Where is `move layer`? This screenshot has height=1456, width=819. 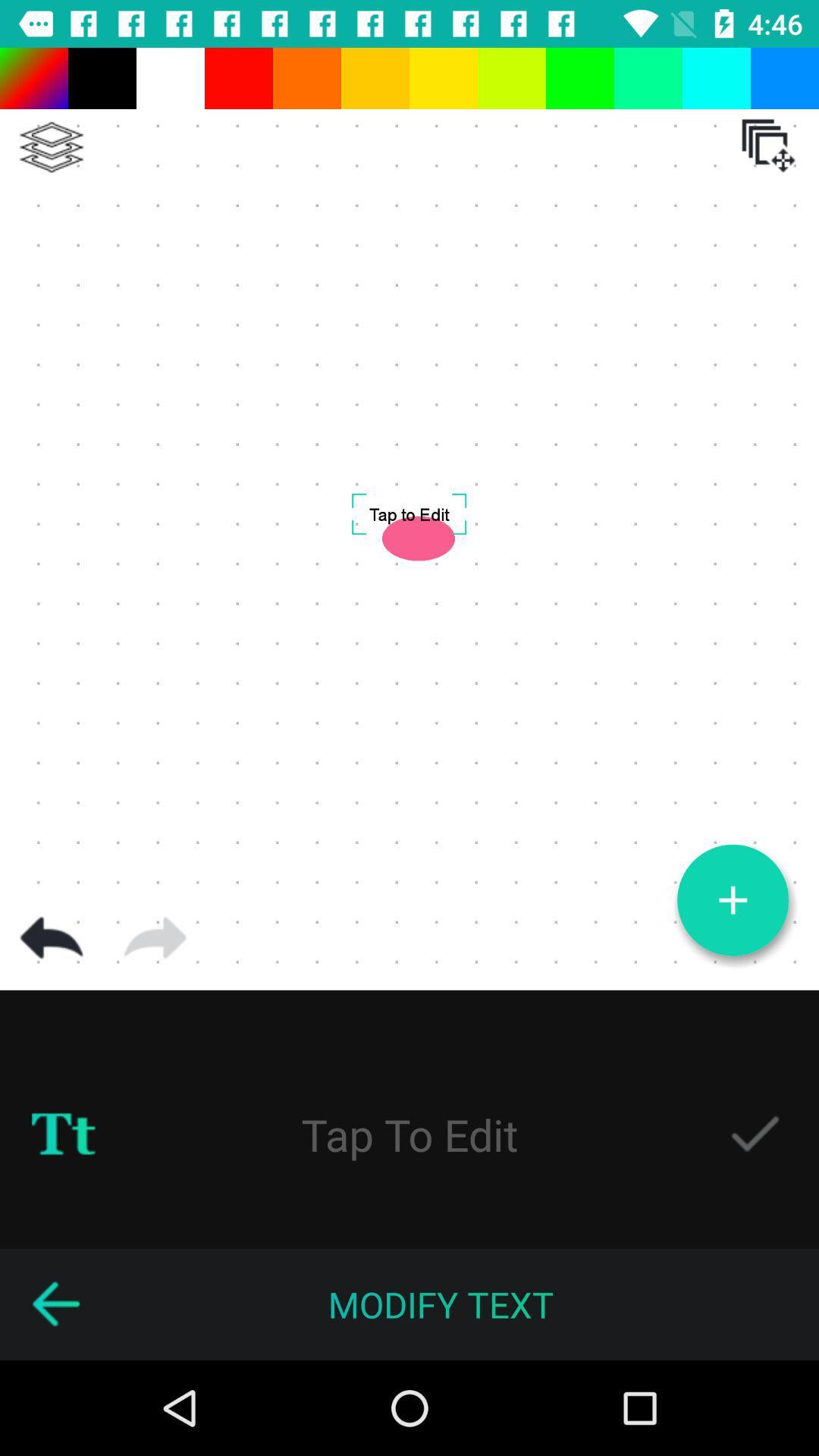 move layer is located at coordinates (768, 146).